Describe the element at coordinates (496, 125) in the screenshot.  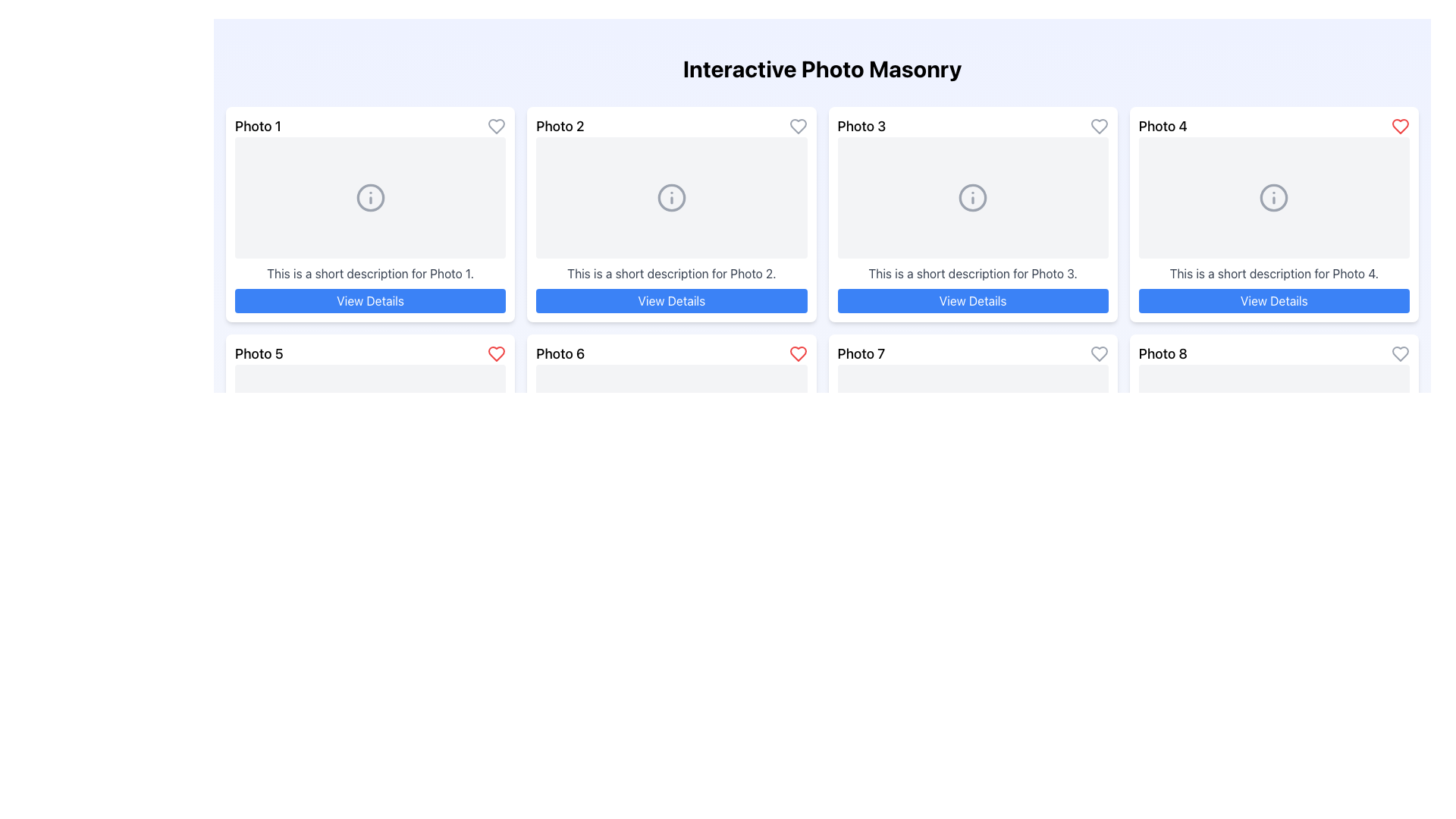
I see `the heart icon button` at that location.